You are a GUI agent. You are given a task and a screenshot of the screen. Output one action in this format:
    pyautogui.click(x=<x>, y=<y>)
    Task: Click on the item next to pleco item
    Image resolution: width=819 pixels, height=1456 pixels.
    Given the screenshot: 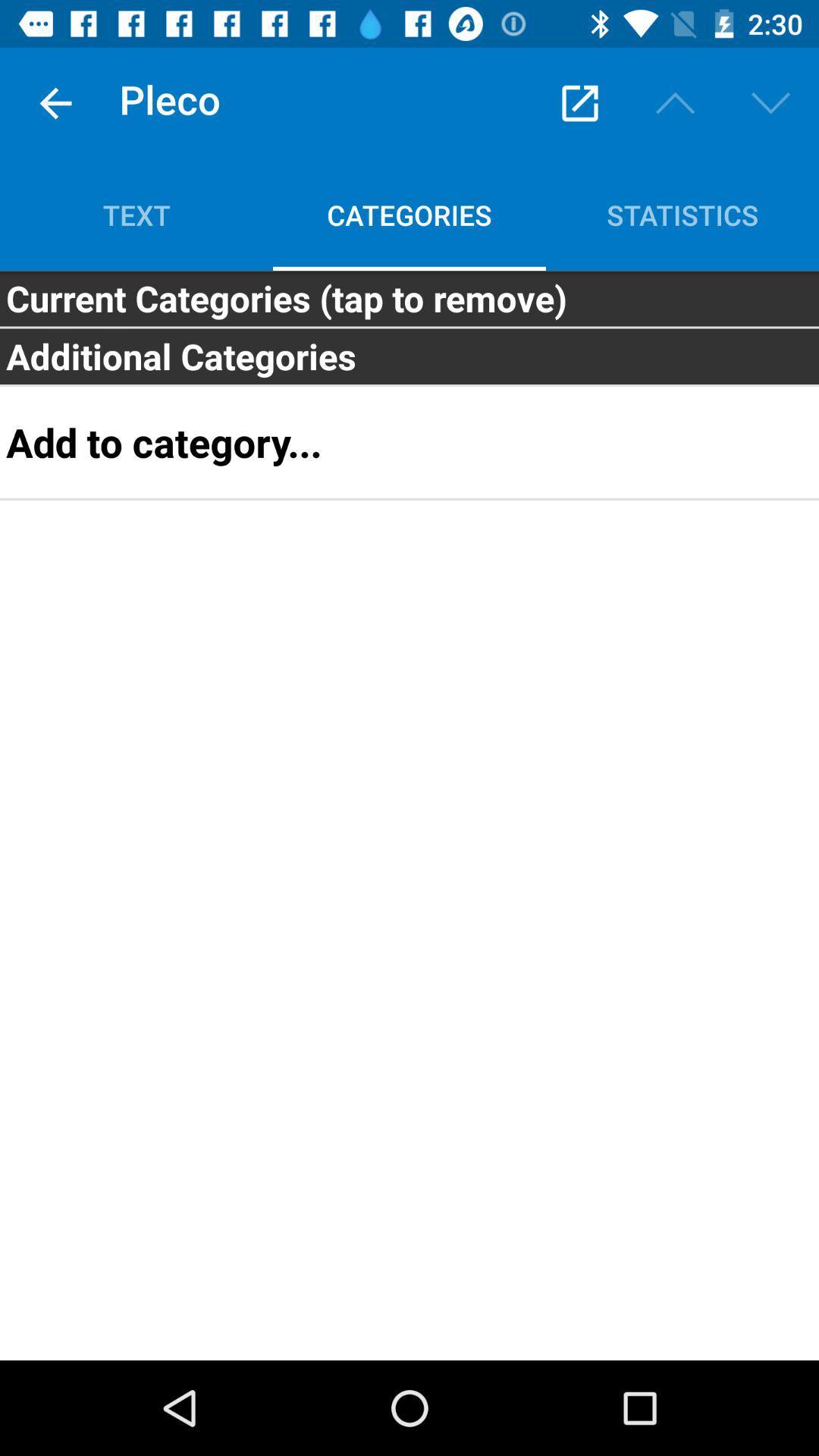 What is the action you would take?
    pyautogui.click(x=55, y=102)
    